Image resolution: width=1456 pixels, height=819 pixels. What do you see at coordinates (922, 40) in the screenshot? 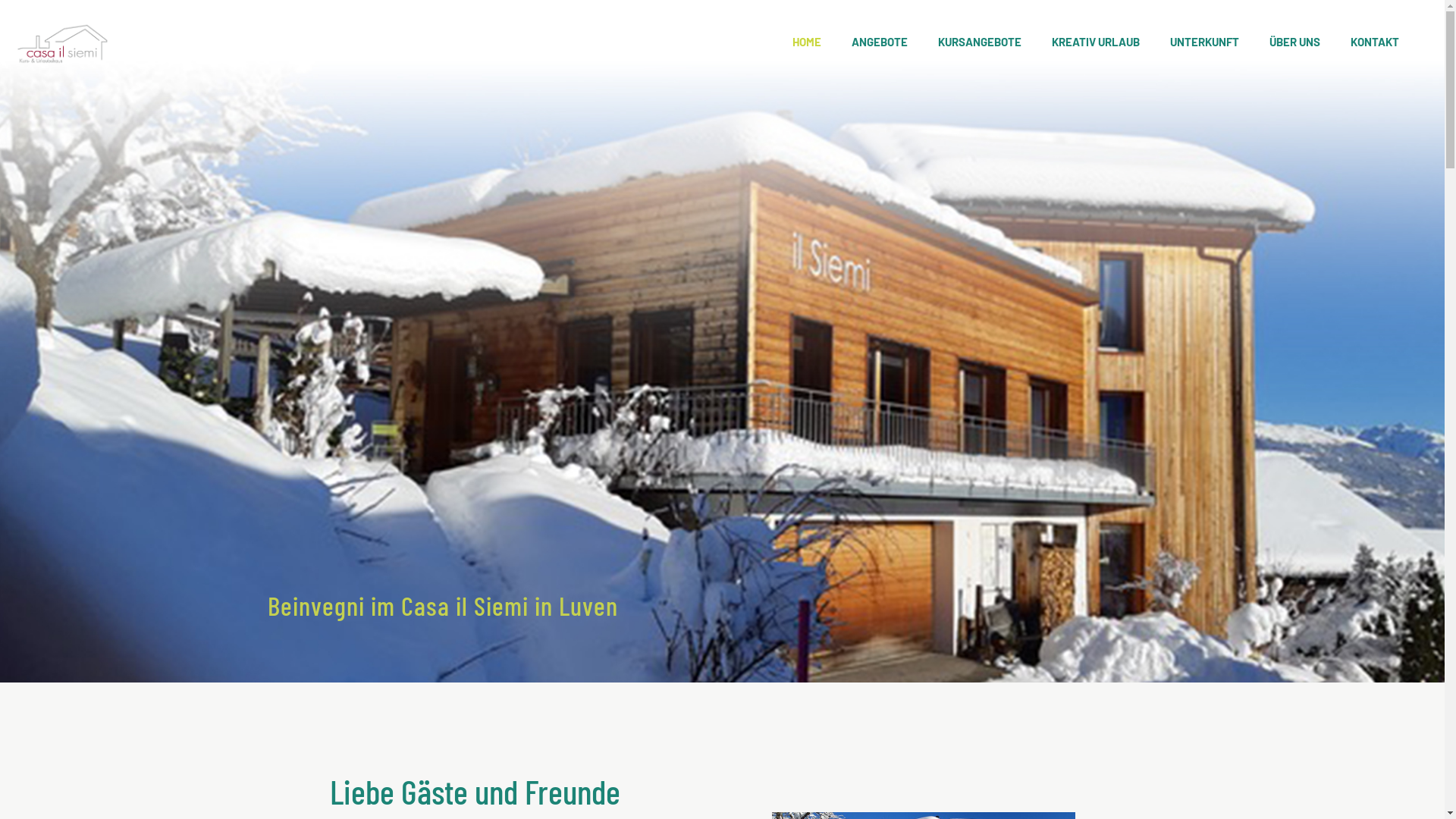
I see `'KURSANGEBOTE'` at bounding box center [922, 40].